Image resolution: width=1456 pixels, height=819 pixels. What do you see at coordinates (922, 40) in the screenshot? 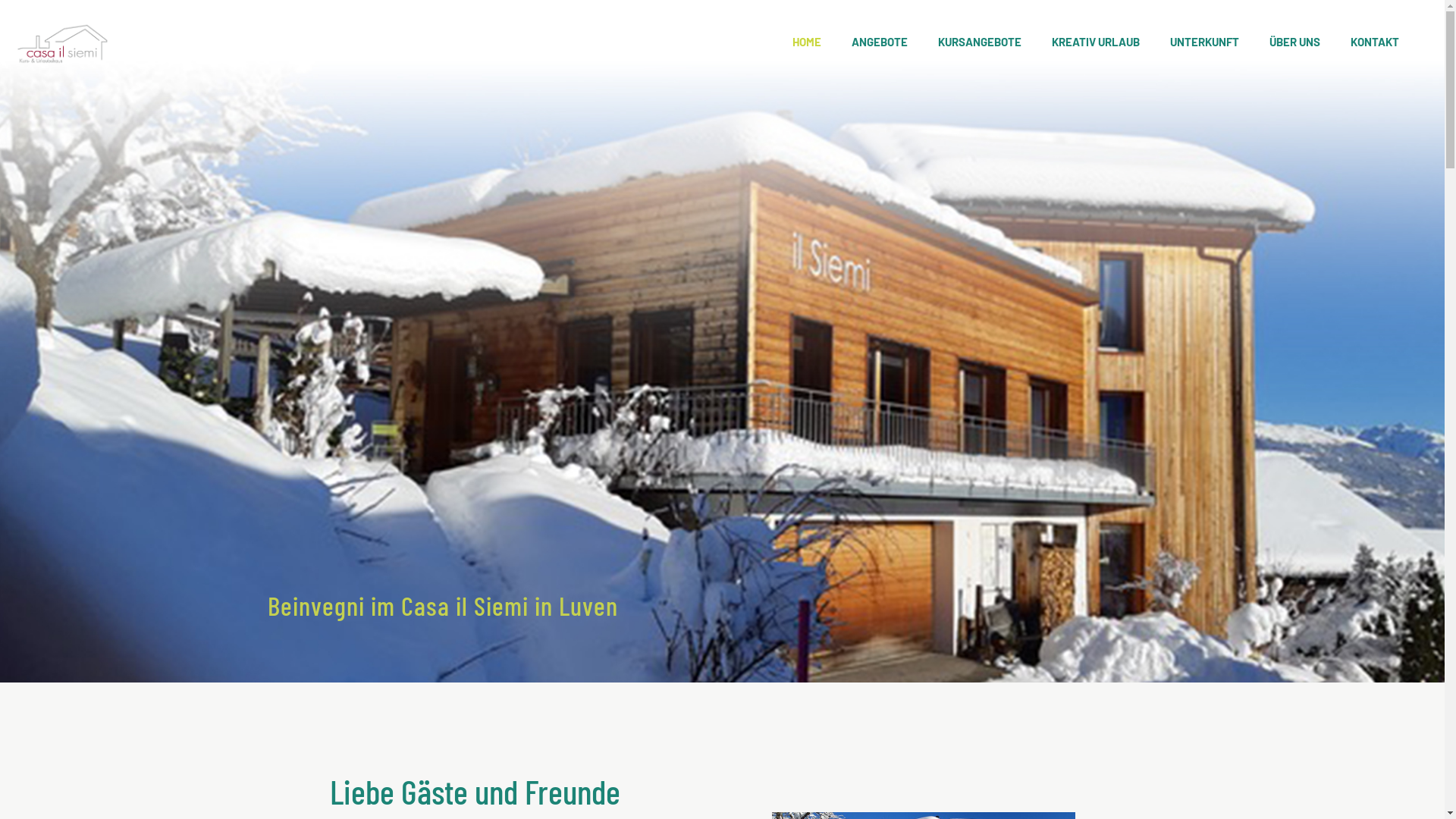
I see `'KURSANGEBOTE'` at bounding box center [922, 40].